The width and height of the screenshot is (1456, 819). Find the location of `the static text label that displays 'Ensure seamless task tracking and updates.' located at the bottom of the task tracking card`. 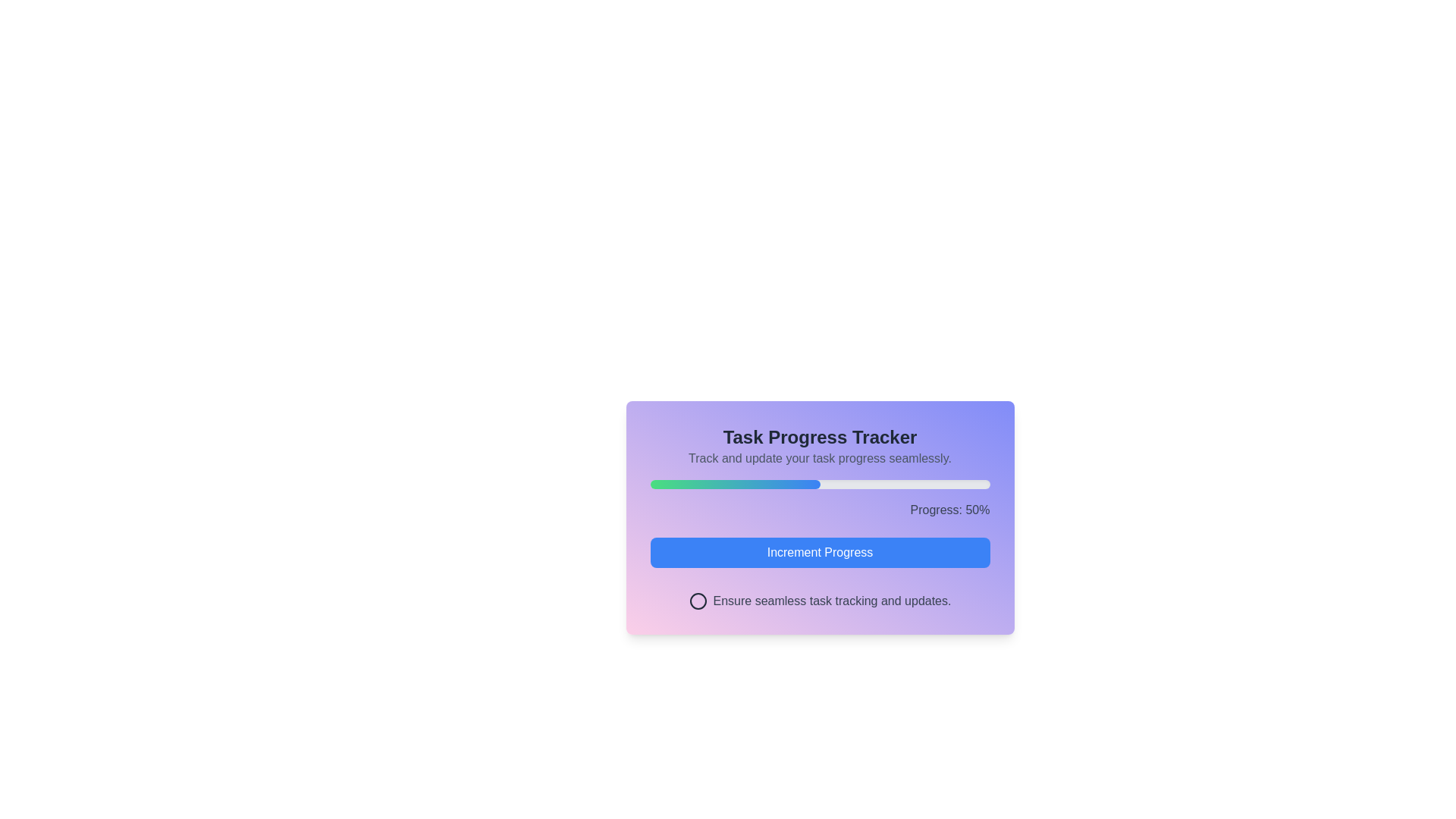

the static text label that displays 'Ensure seamless task tracking and updates.' located at the bottom of the task tracking card is located at coordinates (819, 601).